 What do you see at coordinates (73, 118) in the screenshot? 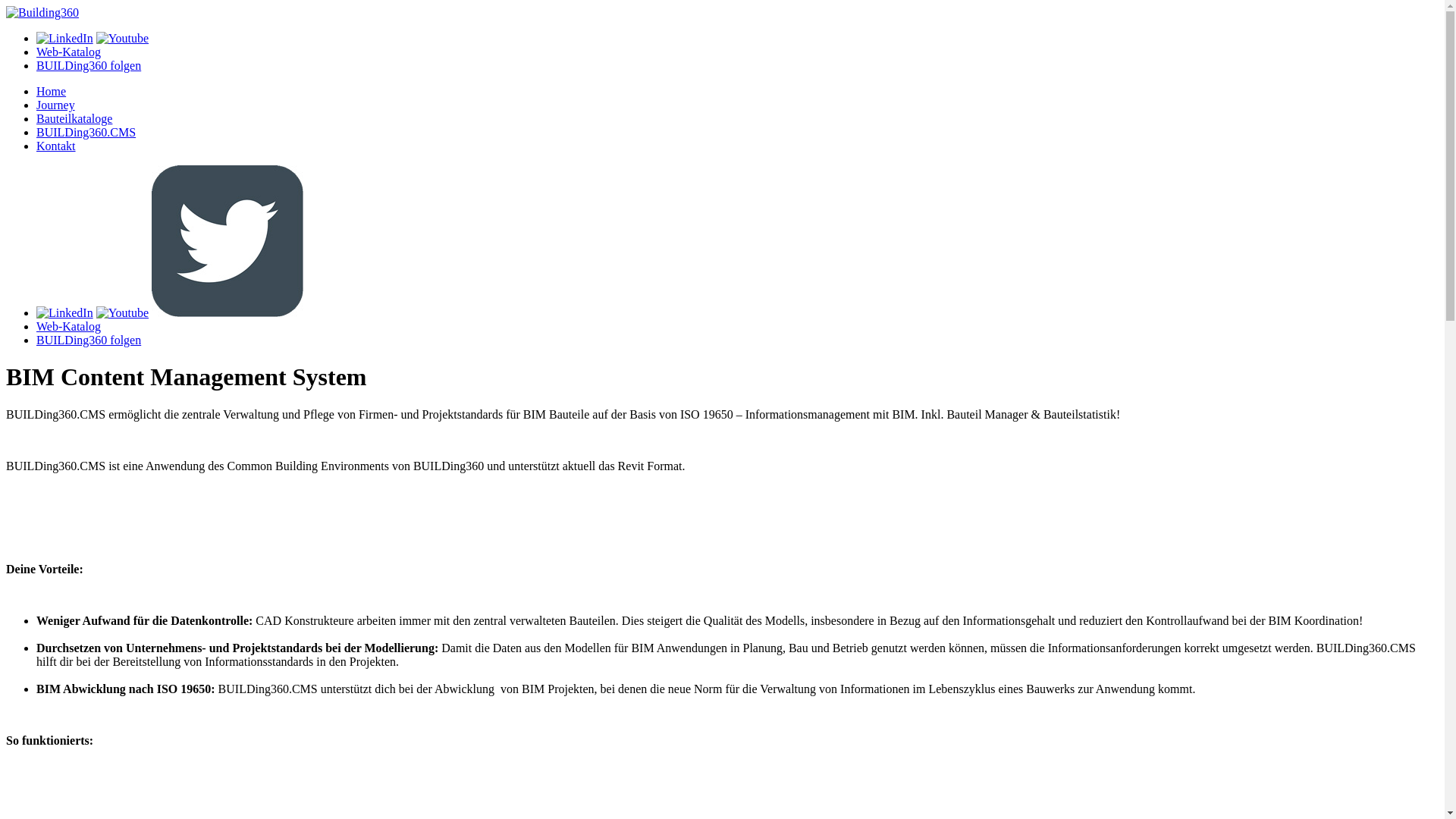
I see `'Bauteilkataloge'` at bounding box center [73, 118].